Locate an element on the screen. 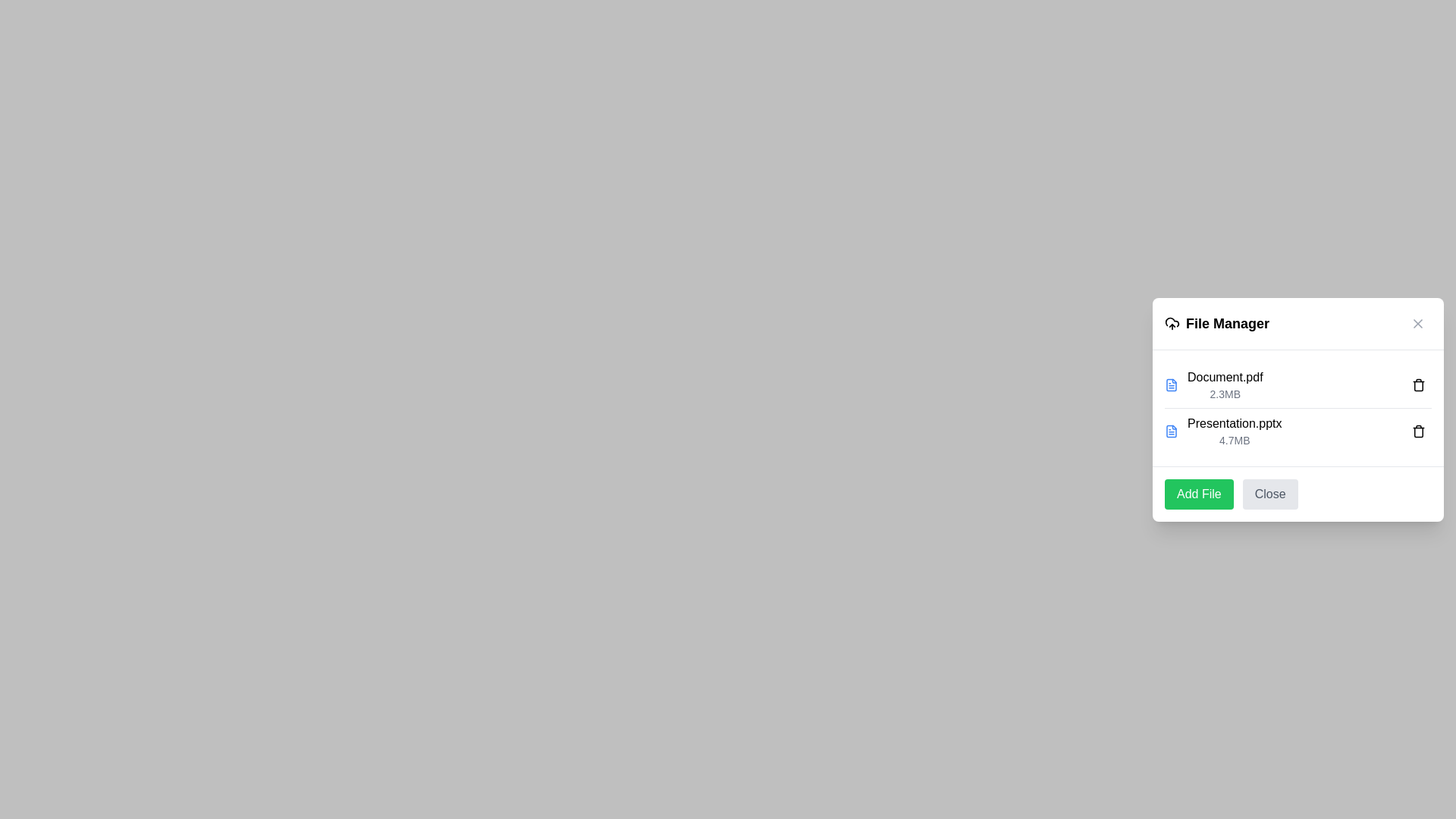 The width and height of the screenshot is (1456, 819). the icon associated with the 'Presentation.pptx' file entry in the 'File Manager' popup, which is located at the top-left corner of its row is located at coordinates (1171, 430).